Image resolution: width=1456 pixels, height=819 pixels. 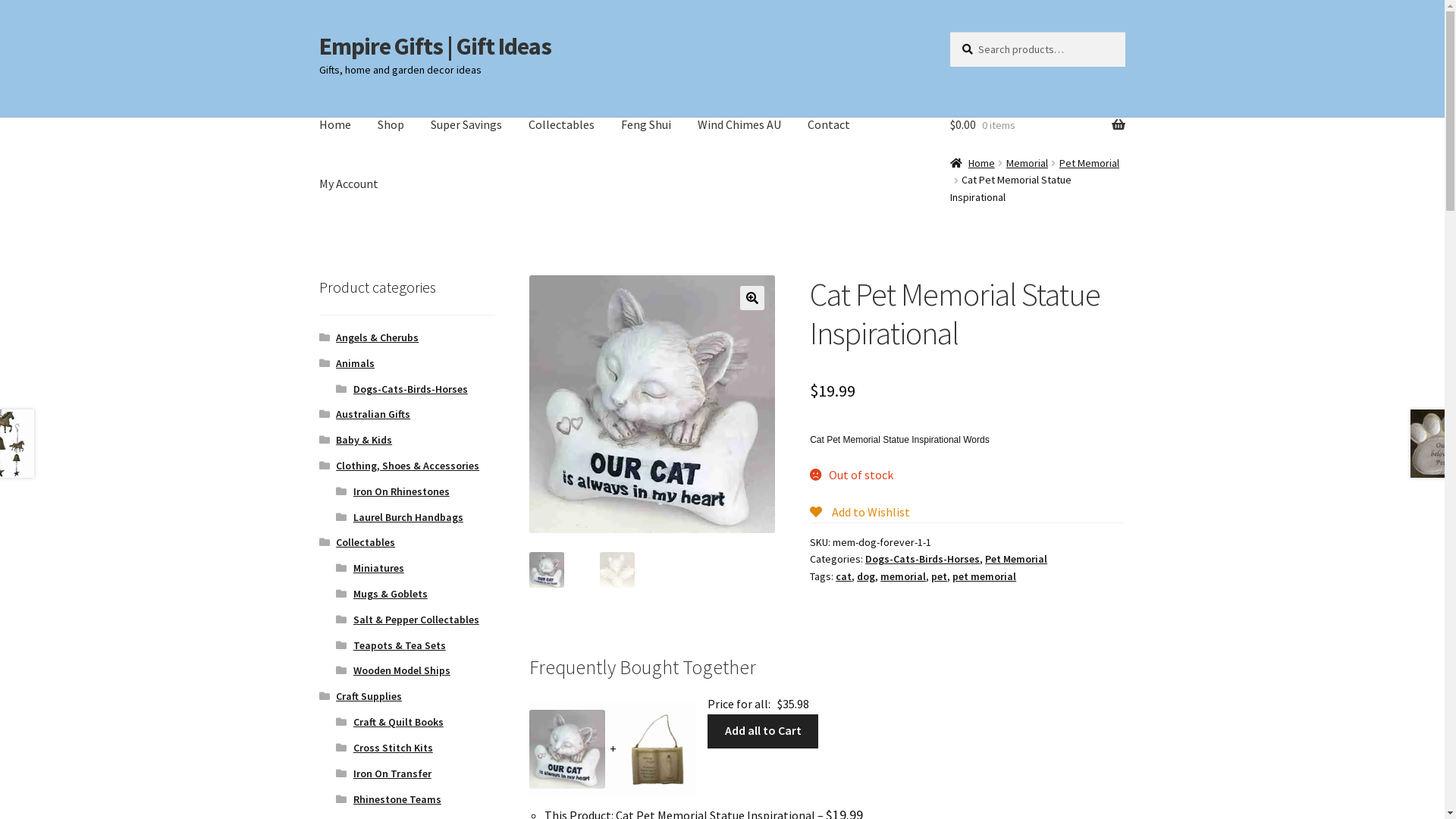 I want to click on 'Teapots & Tea Sets', so click(x=400, y=645).